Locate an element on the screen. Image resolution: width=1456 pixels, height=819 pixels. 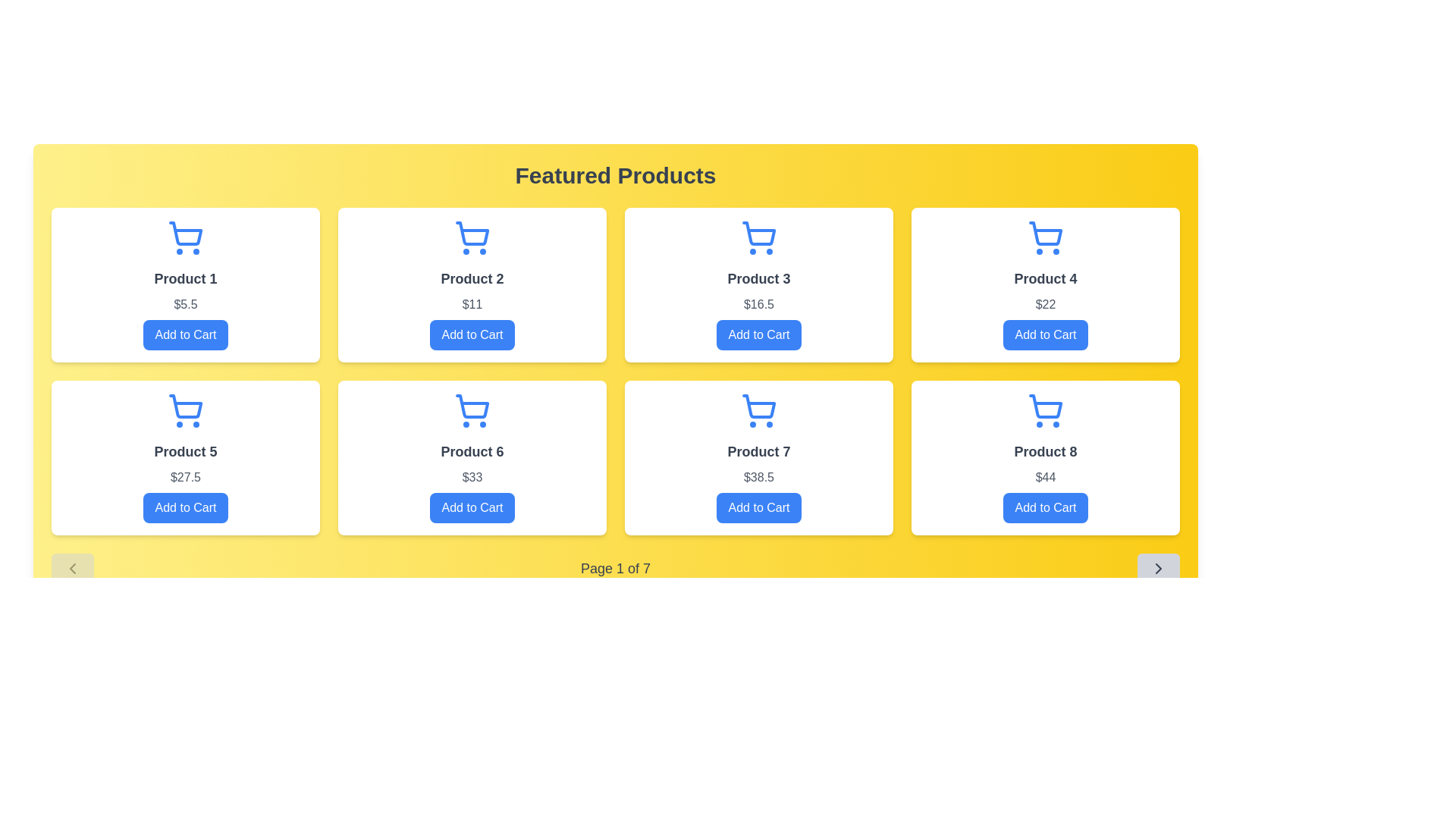
the button located in the fourth product card, directly below the '$22' text and under the shopping cart icon is located at coordinates (1044, 334).